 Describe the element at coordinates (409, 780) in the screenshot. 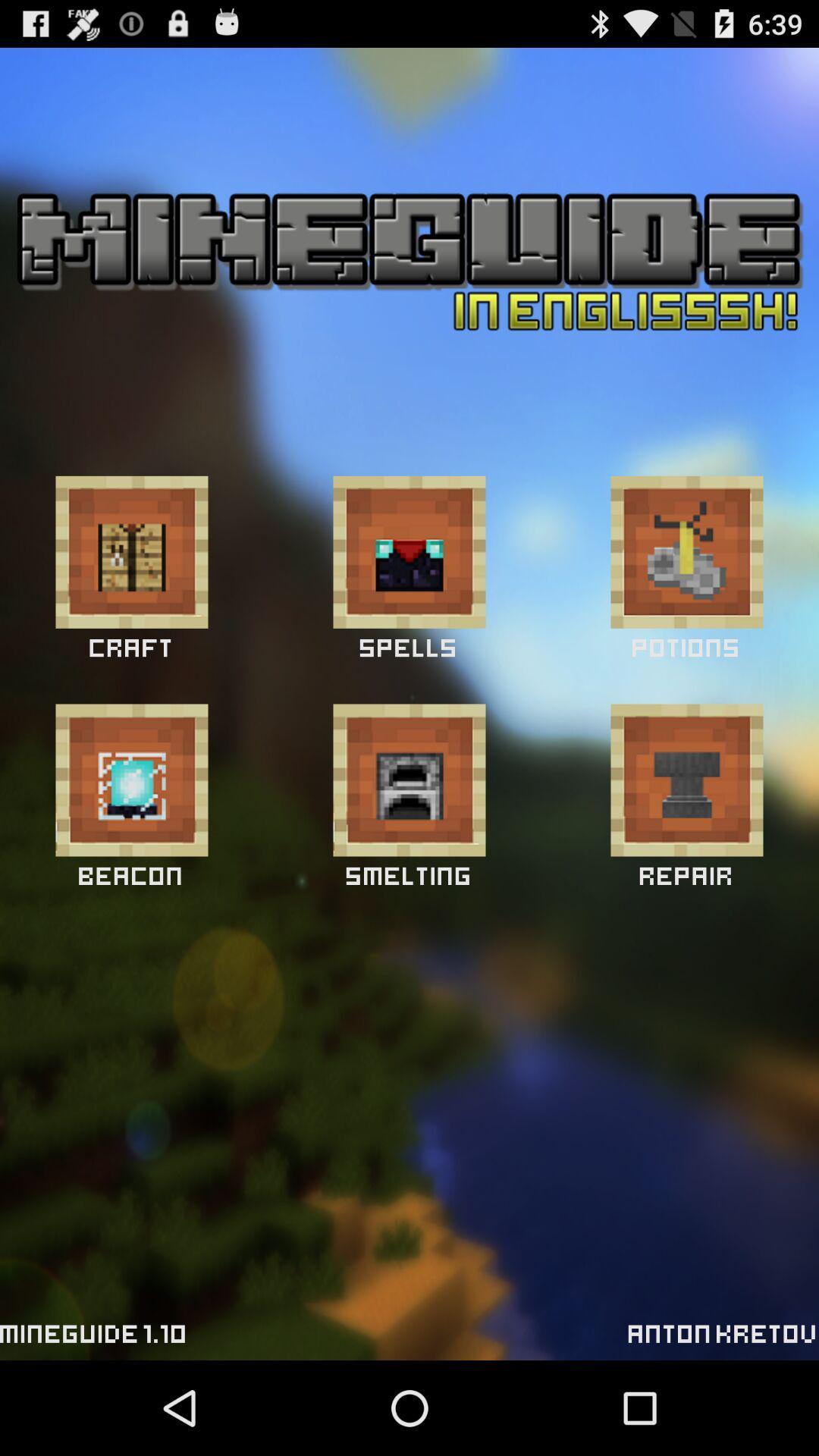

I see `link to smelting information` at that location.